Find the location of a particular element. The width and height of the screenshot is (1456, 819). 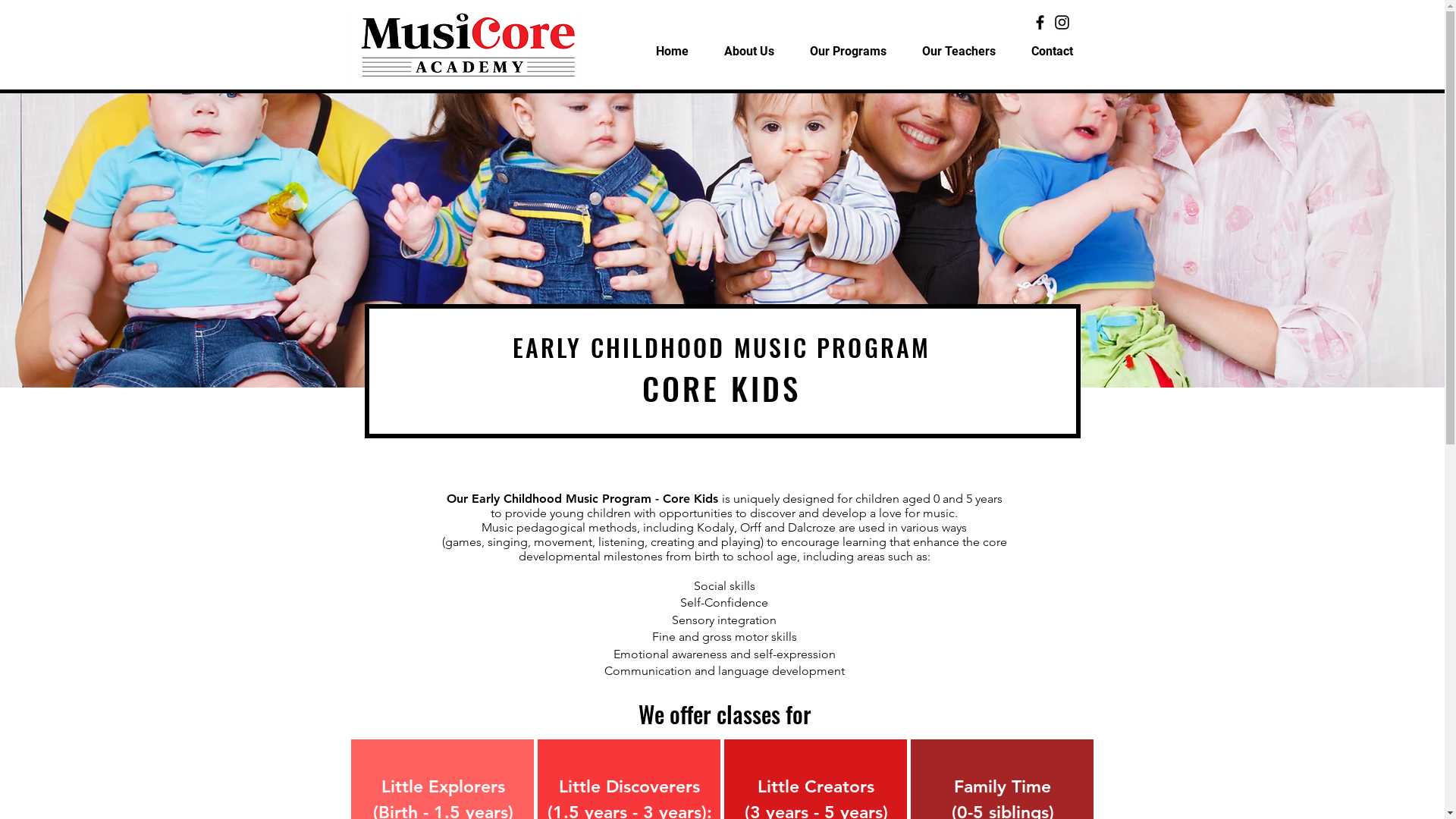

'Our Programs' is located at coordinates (790, 51).